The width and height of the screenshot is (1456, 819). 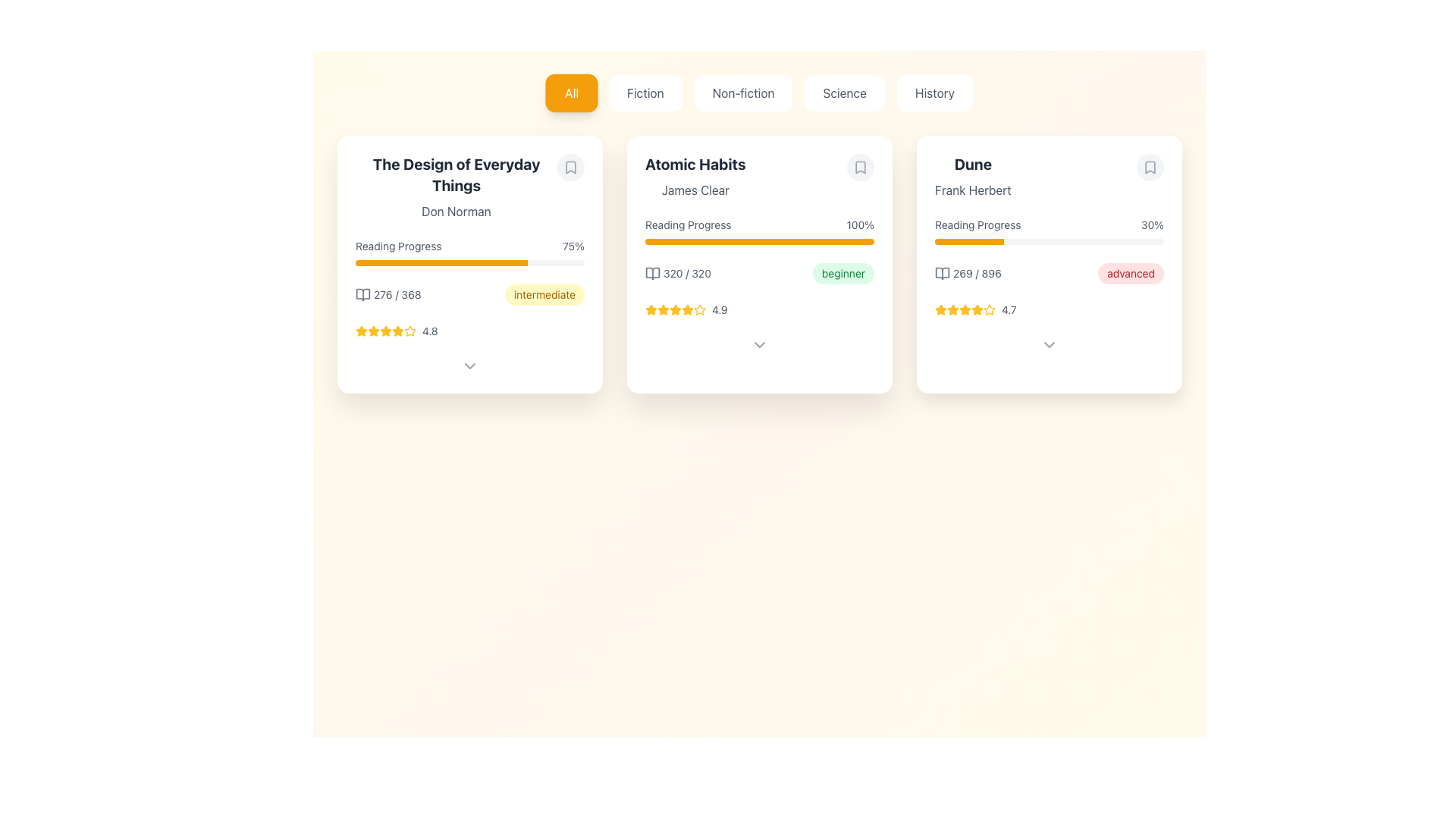 I want to click on the third star icon in the 5-star rating system for the book 'Dune' to provide visual feedback on ratings, so click(x=977, y=309).